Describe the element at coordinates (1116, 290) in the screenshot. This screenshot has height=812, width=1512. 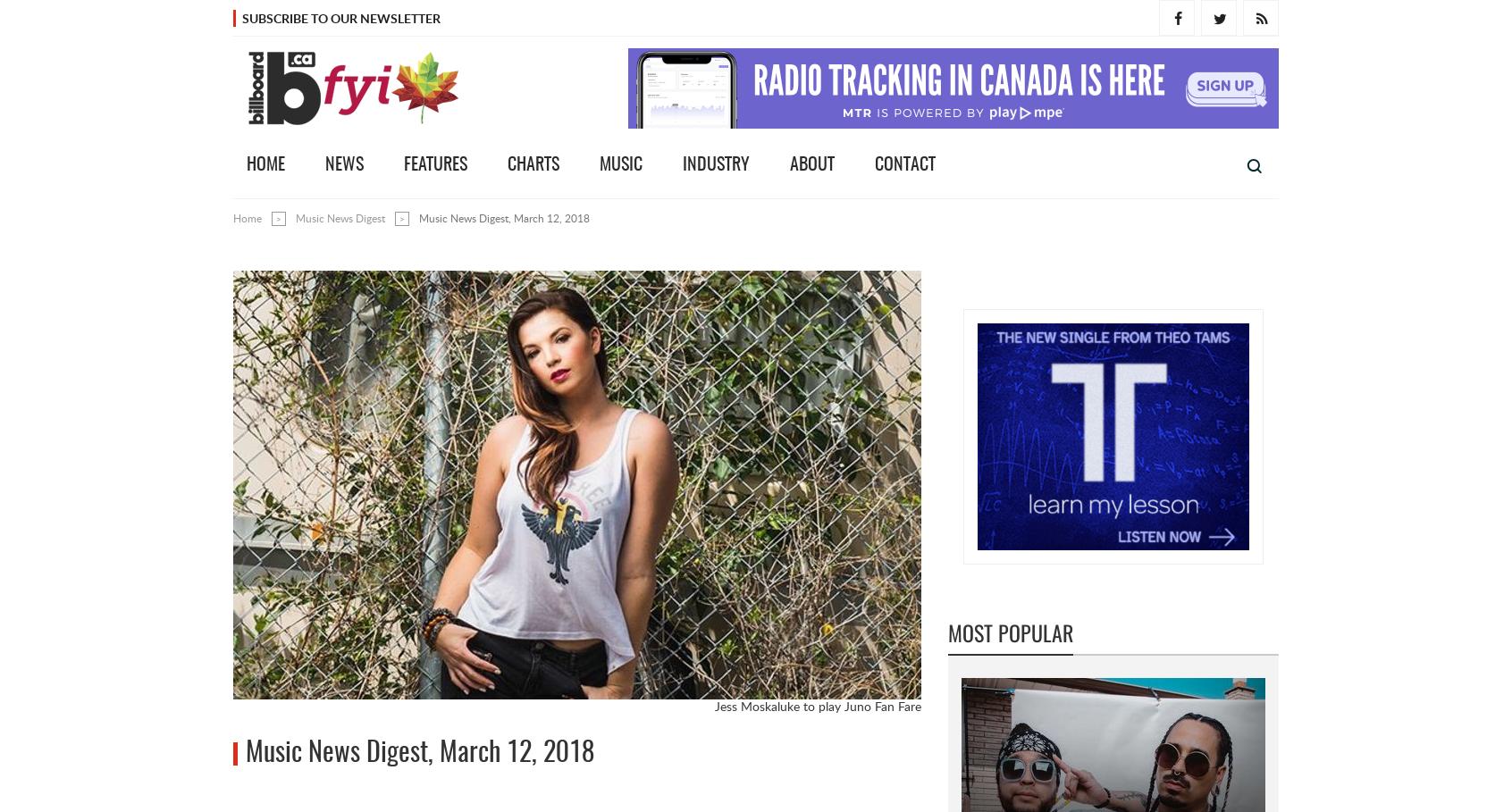
I see `'Airplay'` at that location.